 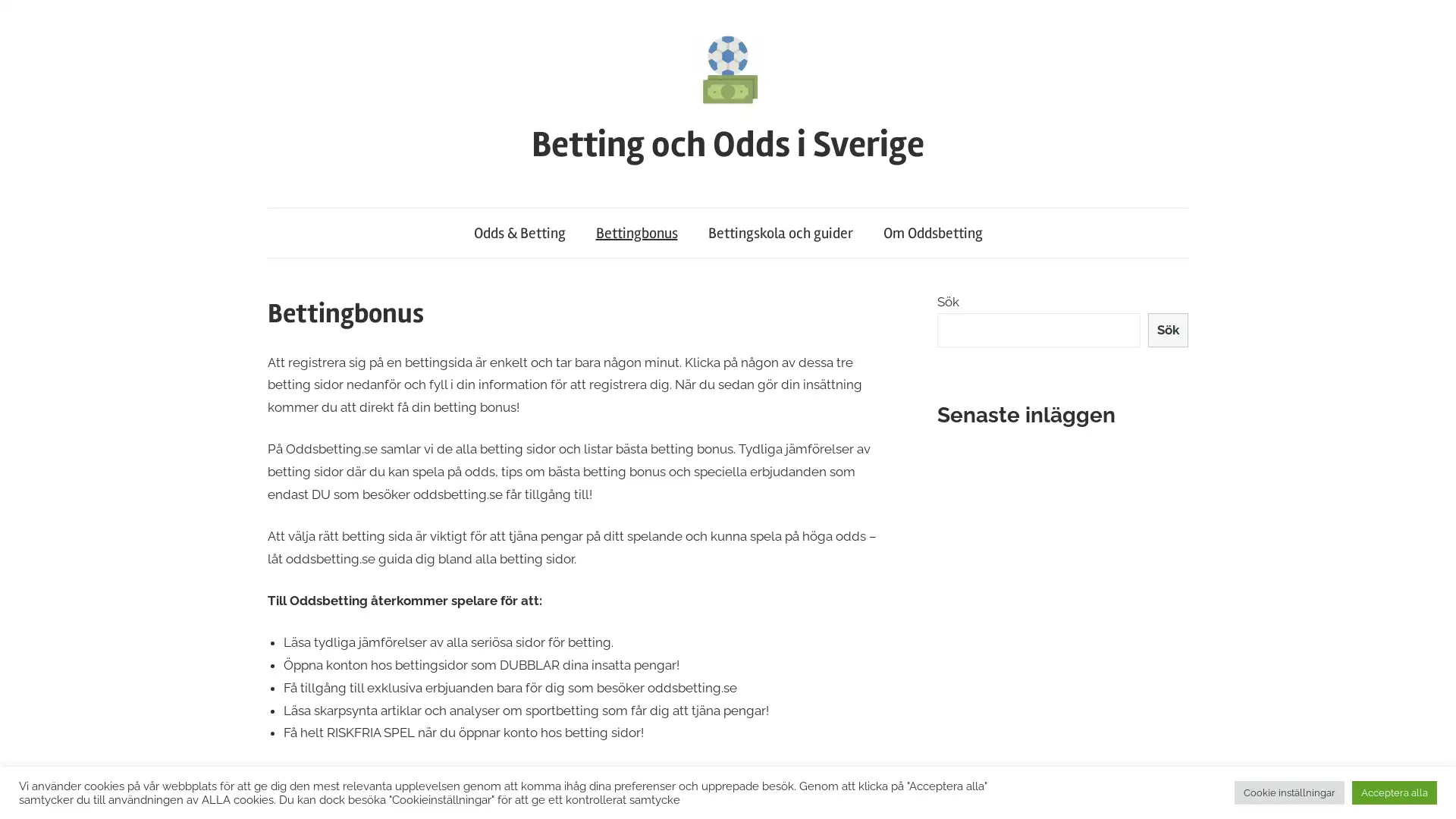 I want to click on Cookie installningar, so click(x=1288, y=792).